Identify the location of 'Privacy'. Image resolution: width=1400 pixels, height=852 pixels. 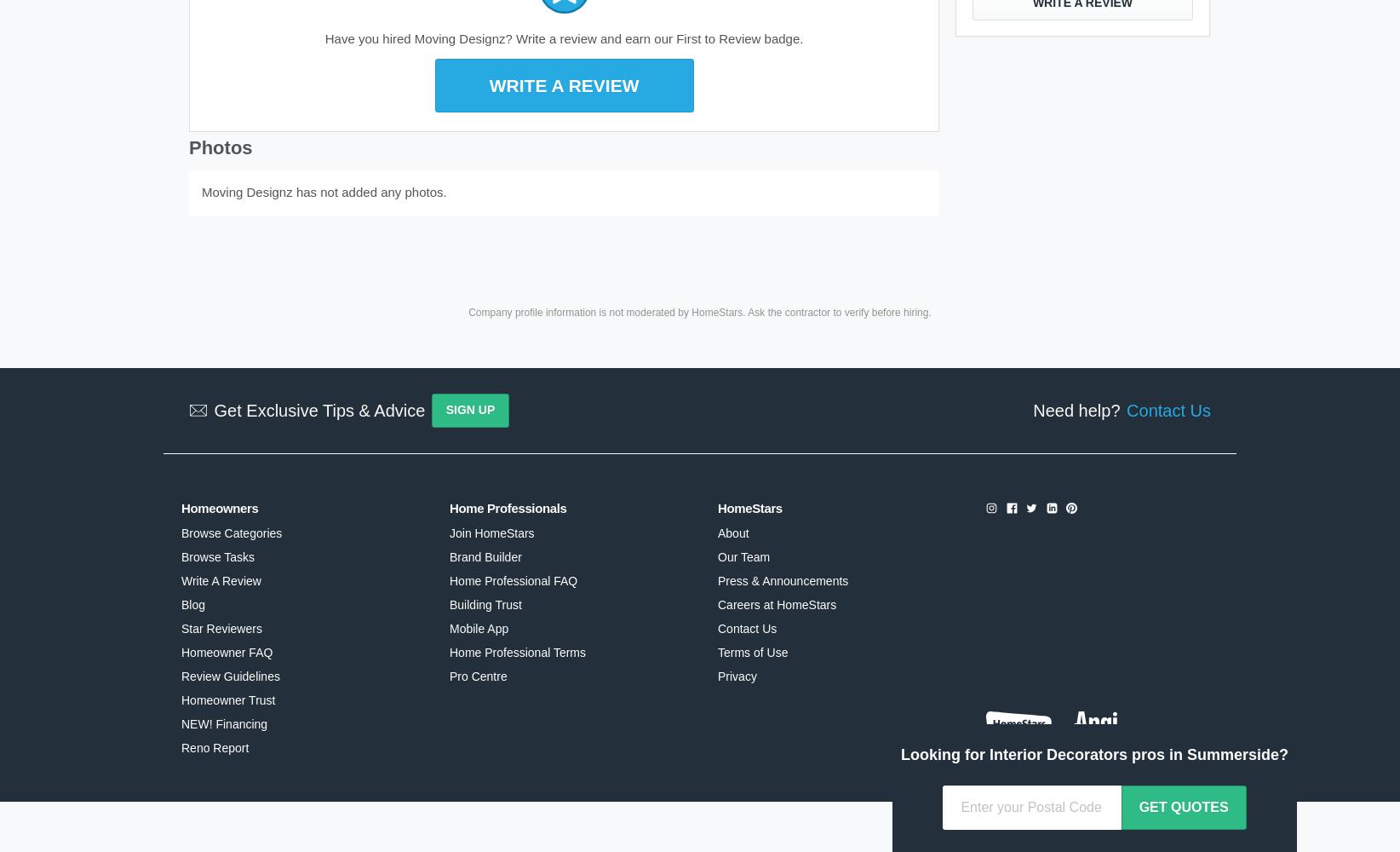
(718, 676).